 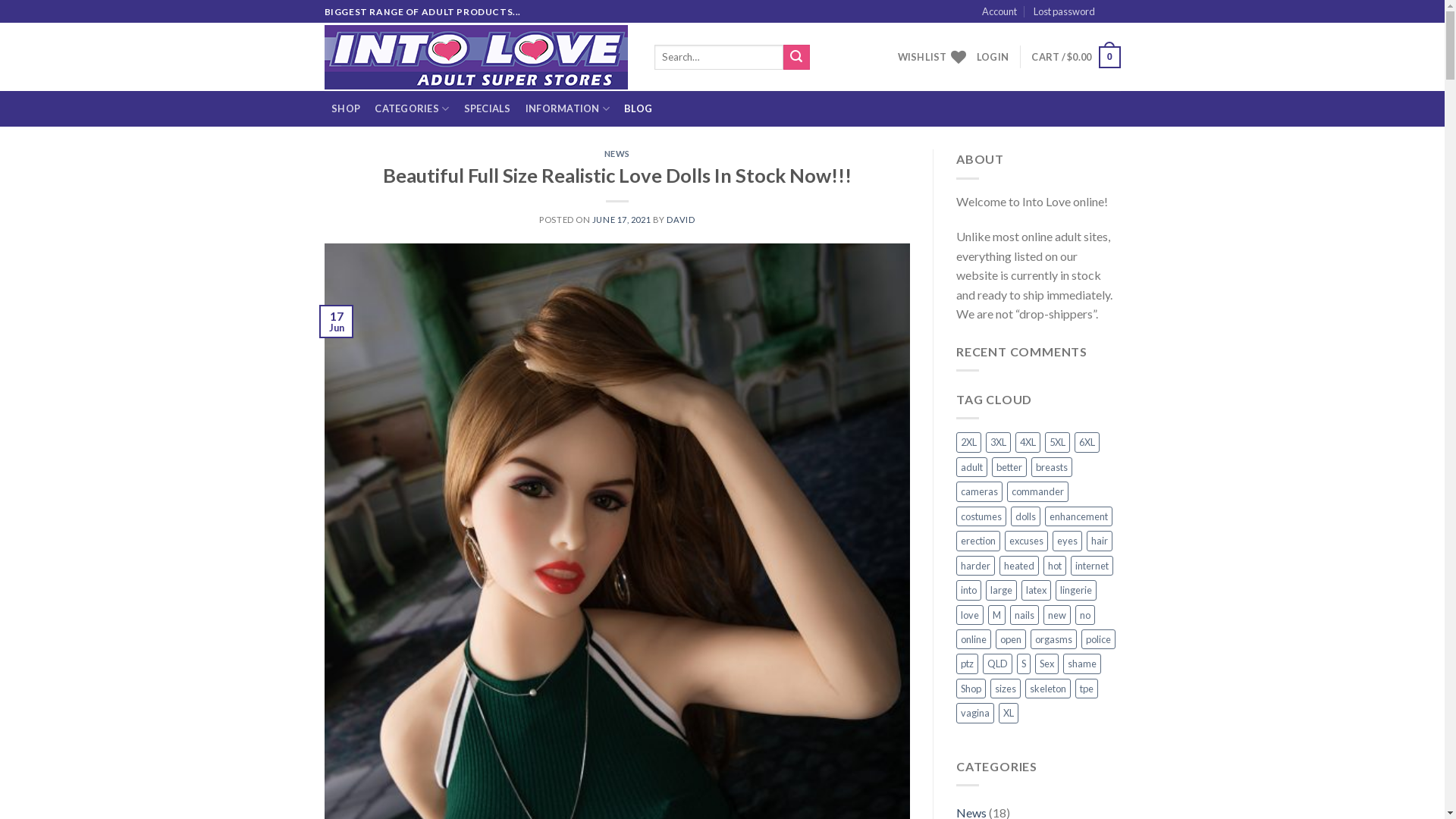 What do you see at coordinates (975, 565) in the screenshot?
I see `'harder'` at bounding box center [975, 565].